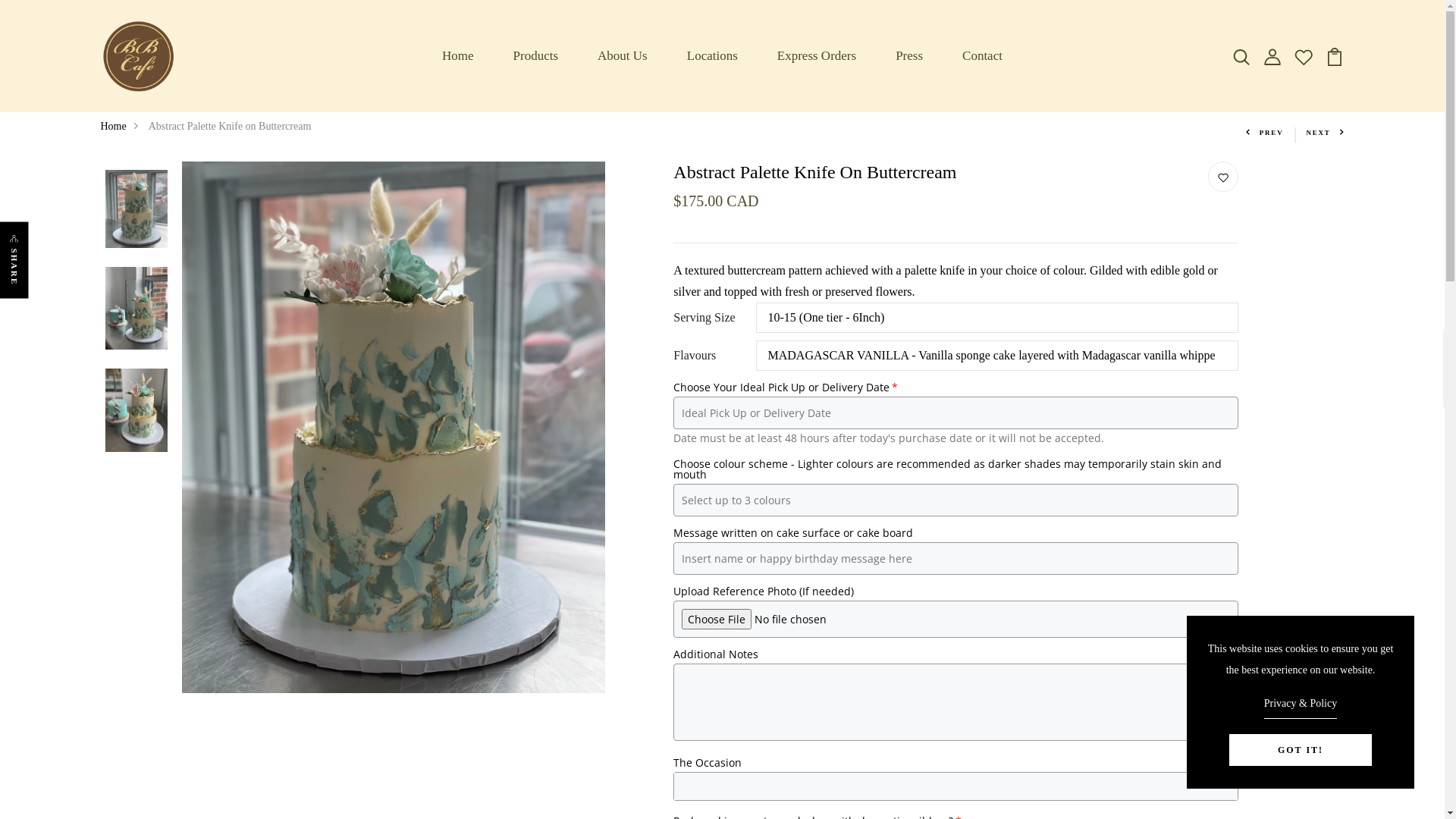 This screenshot has width=1456, height=819. What do you see at coordinates (122, 125) in the screenshot?
I see `'Home'` at bounding box center [122, 125].